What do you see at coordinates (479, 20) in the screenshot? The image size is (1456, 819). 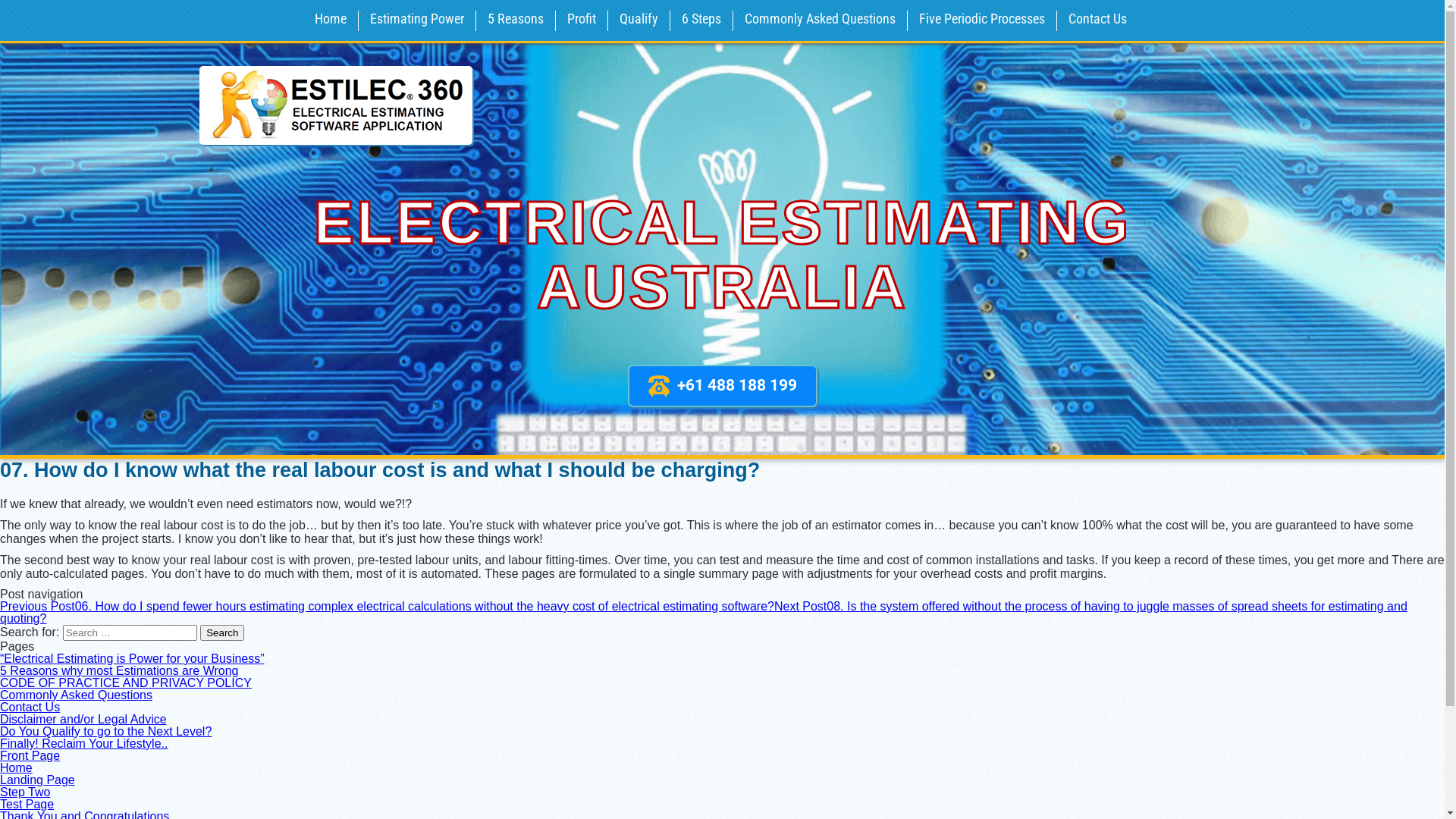 I see `'5 Reasons'` at bounding box center [479, 20].